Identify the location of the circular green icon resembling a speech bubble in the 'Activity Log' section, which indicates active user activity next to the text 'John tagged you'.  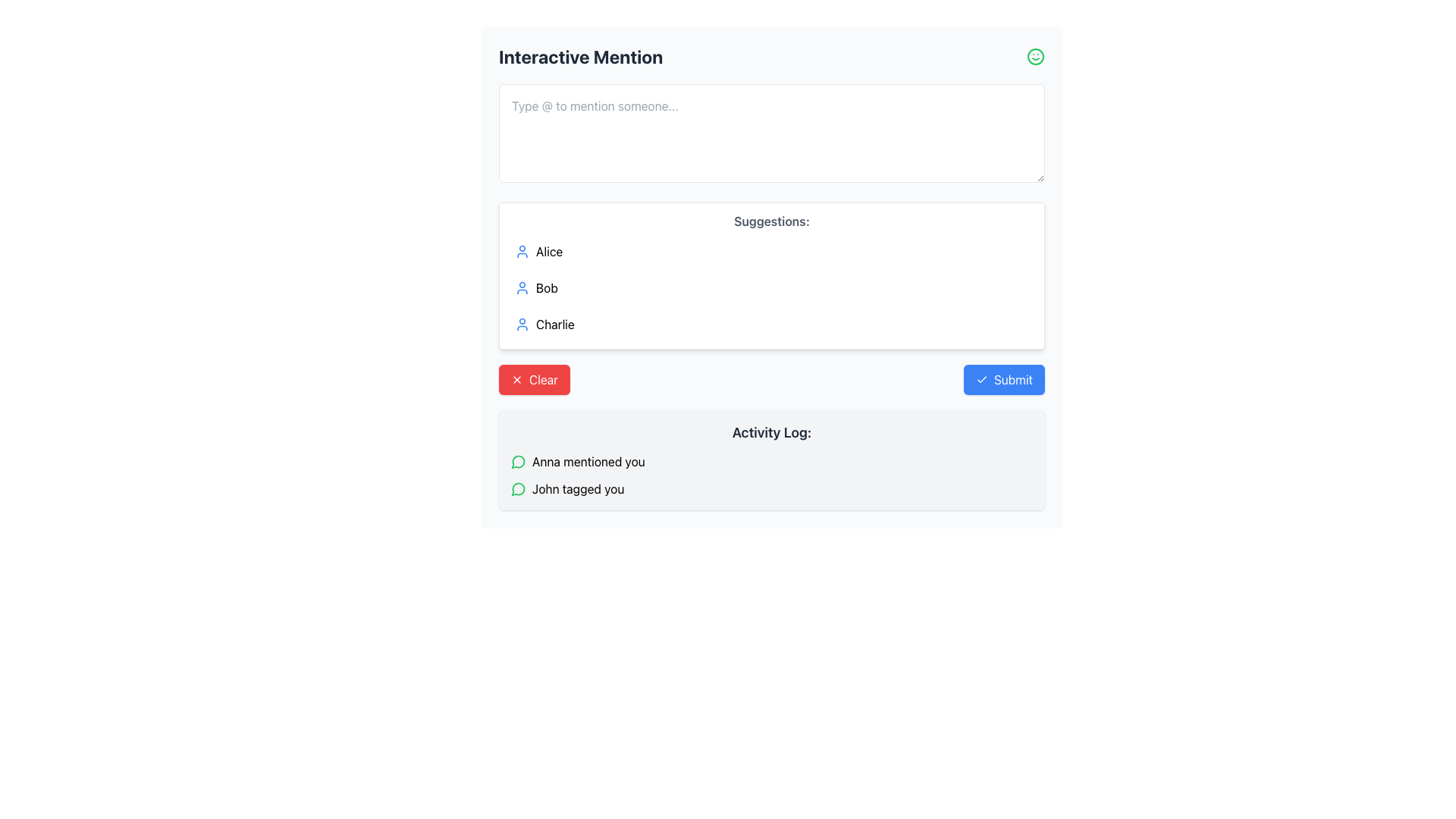
(518, 489).